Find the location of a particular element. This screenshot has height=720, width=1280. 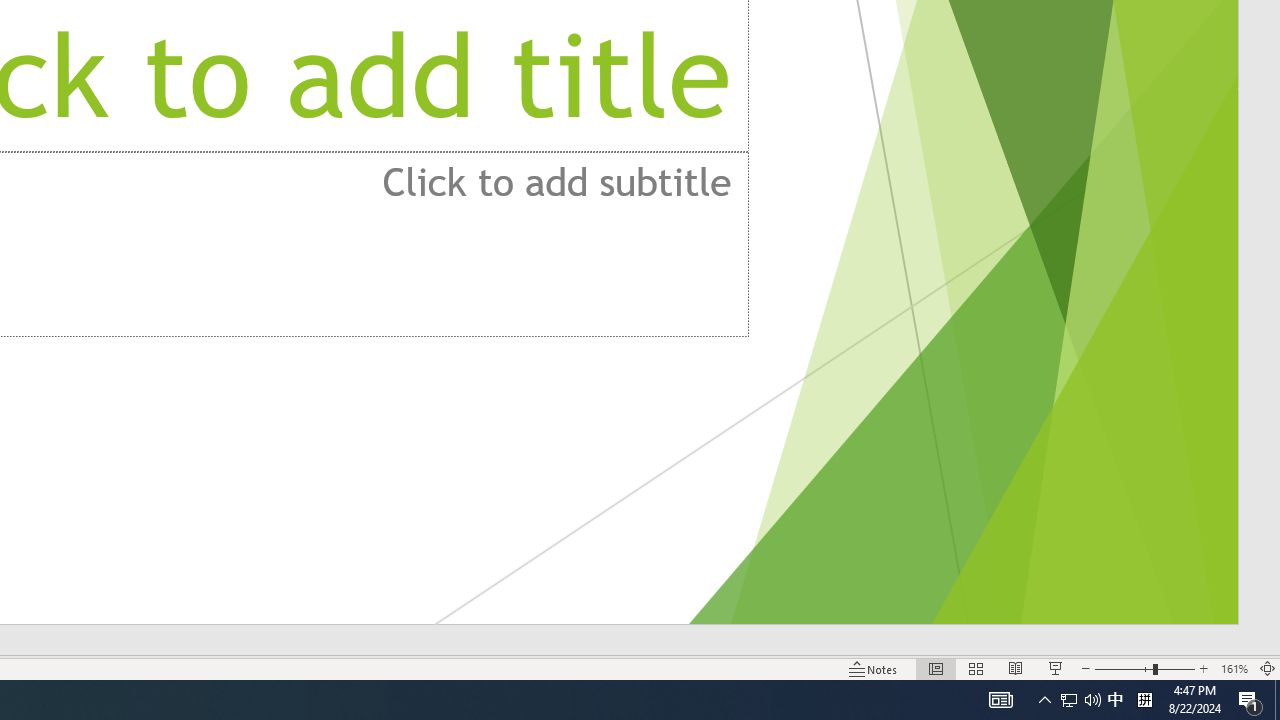

'Reading View' is located at coordinates (1015, 669).